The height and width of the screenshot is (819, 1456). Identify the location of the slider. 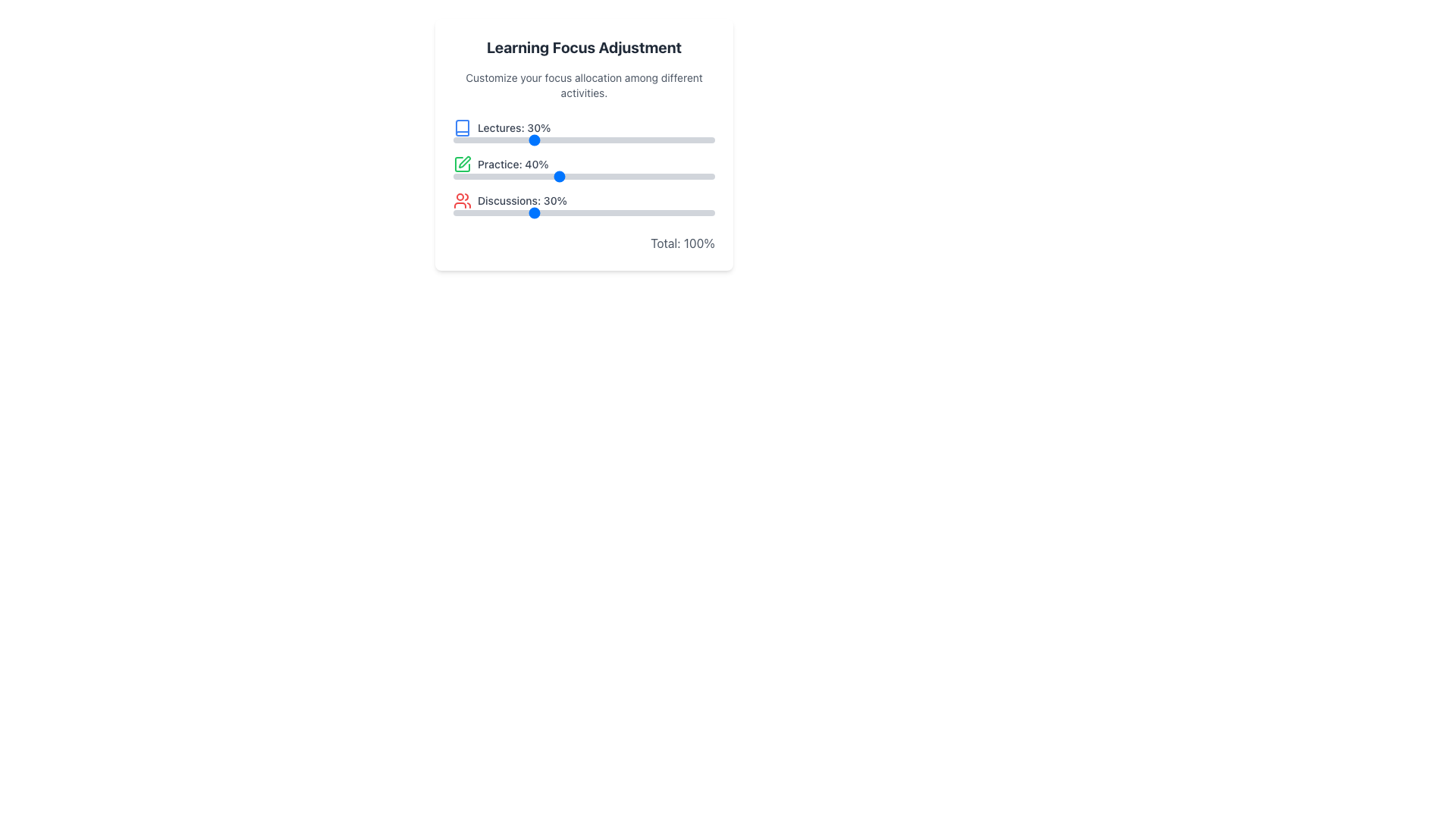
(618, 213).